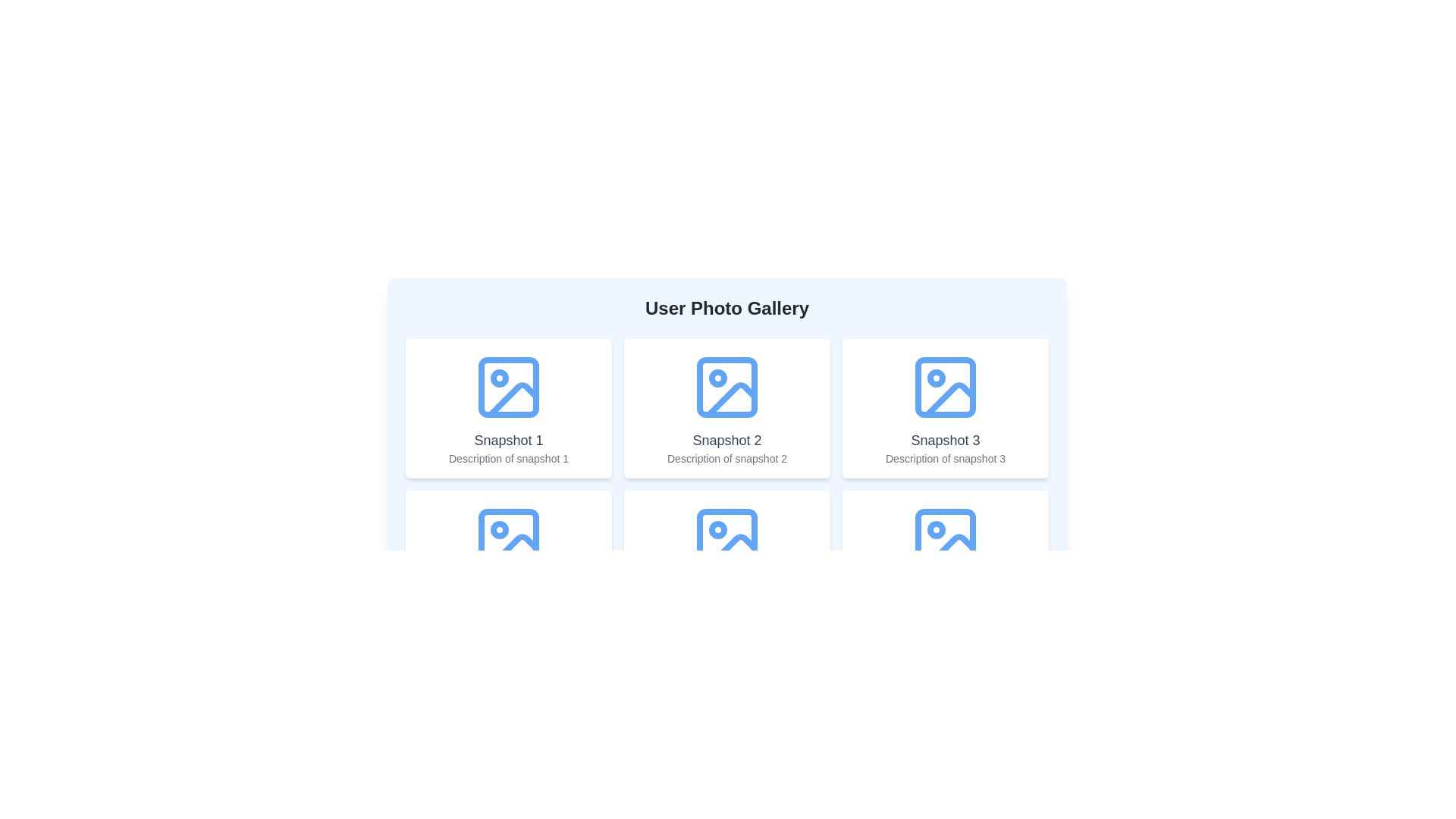  I want to click on the decorative or informative iconographic marker located at the bottom-right corner of the gallery image icon for the third snapshot in the second row of the photo gallery, so click(935, 529).